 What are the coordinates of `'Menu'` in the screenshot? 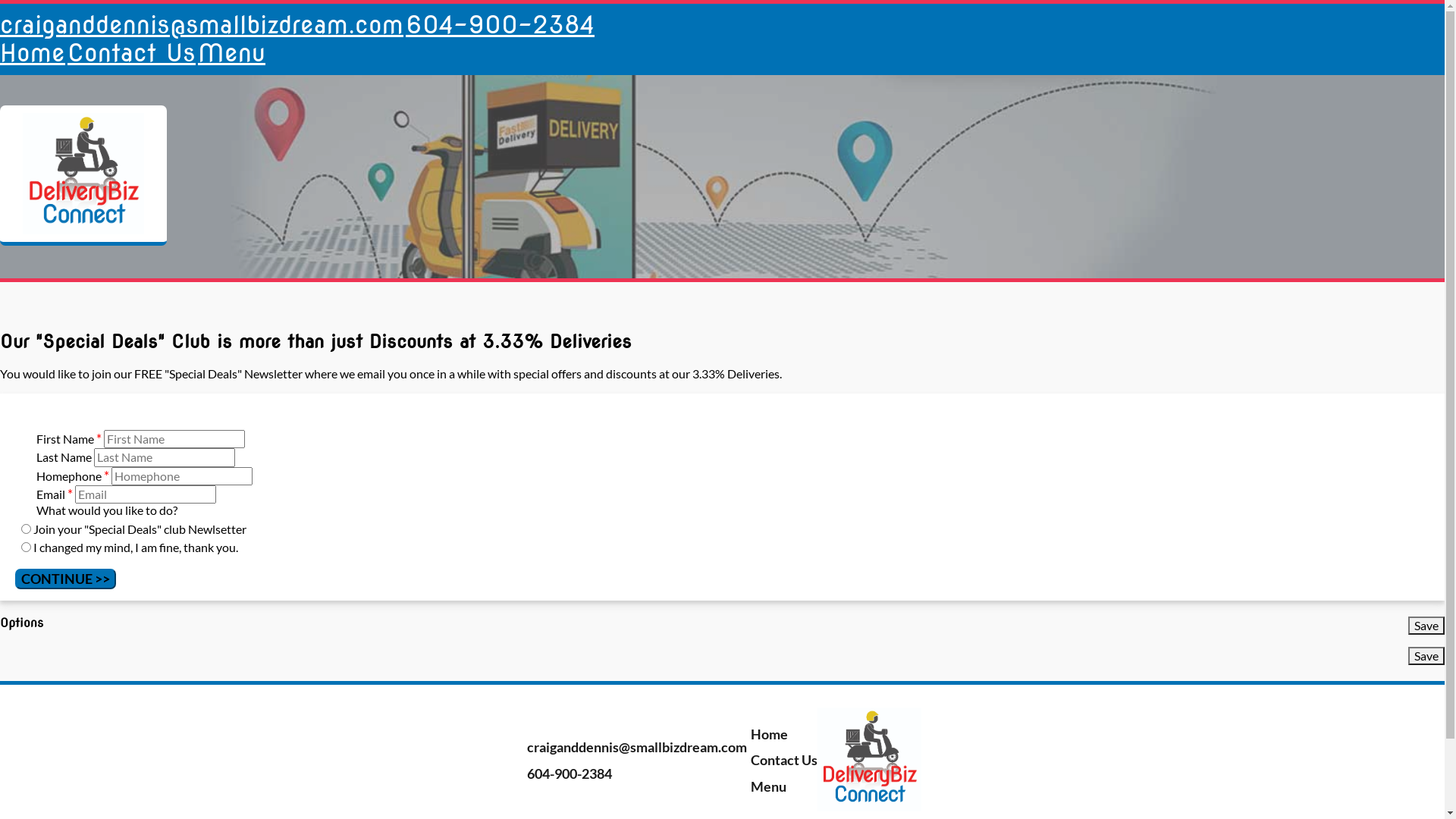 It's located at (231, 52).